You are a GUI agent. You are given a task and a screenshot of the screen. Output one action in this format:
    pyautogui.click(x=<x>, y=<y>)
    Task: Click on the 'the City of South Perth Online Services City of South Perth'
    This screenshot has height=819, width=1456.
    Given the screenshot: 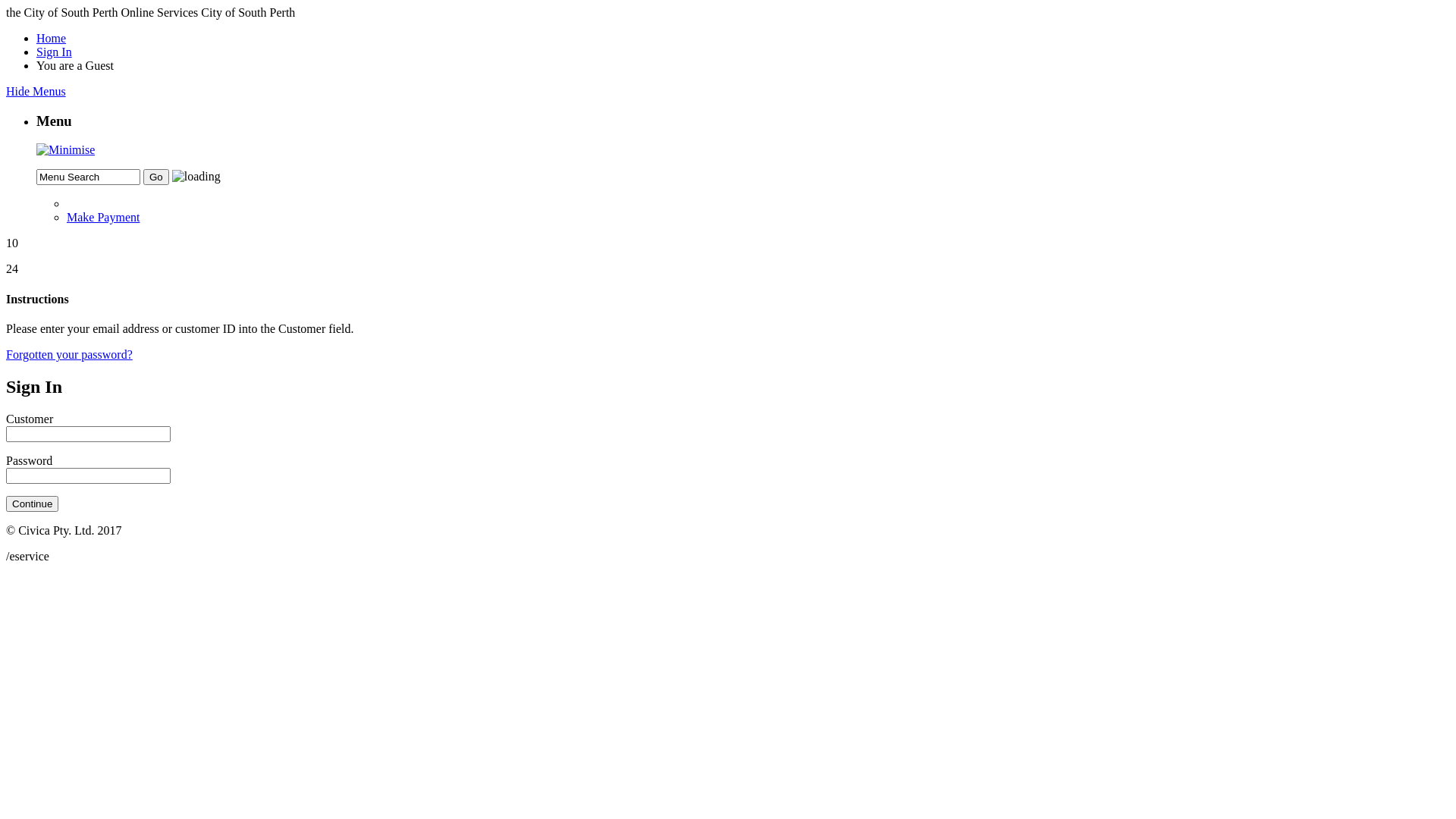 What is the action you would take?
    pyautogui.click(x=6, y=12)
    